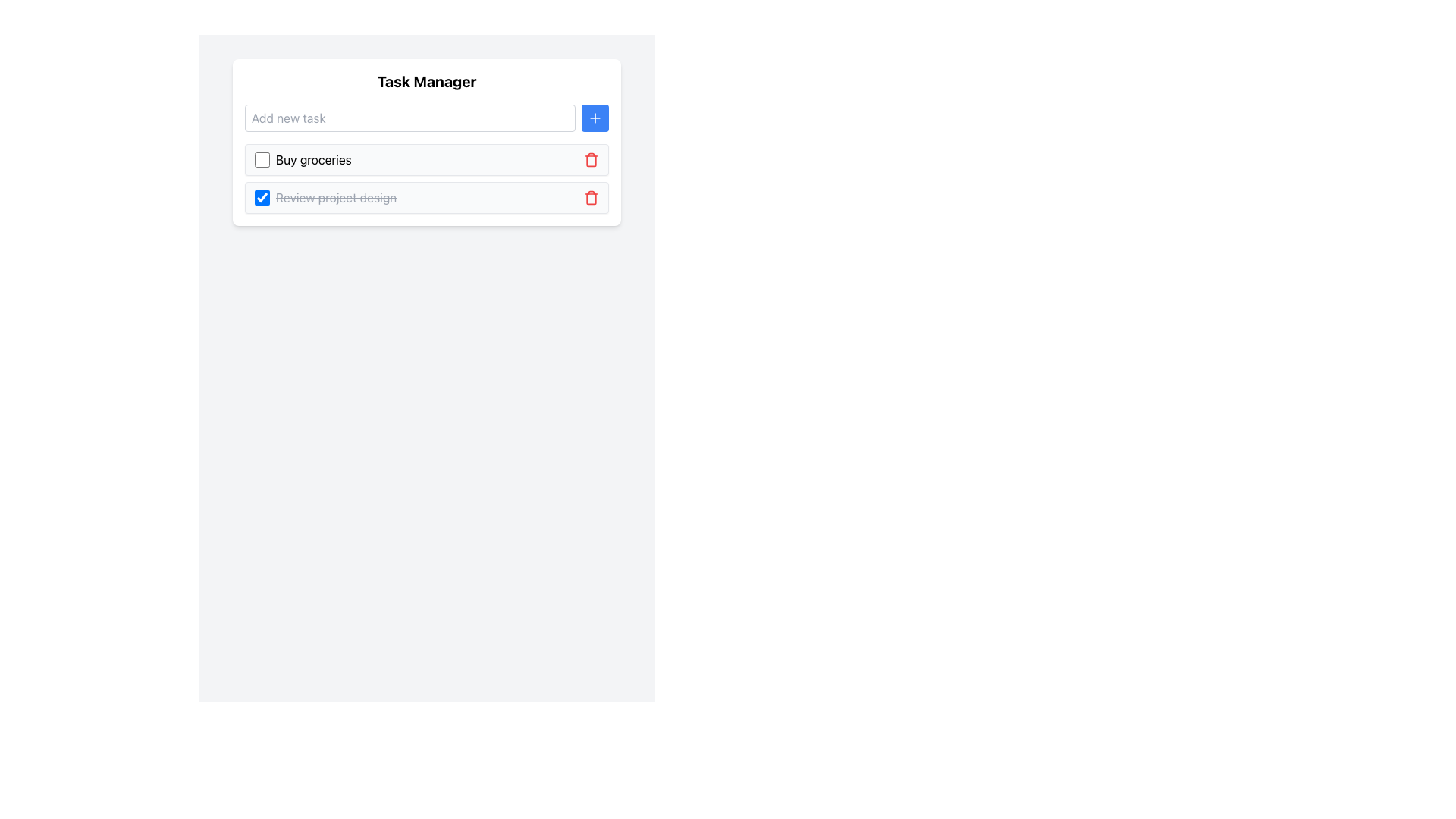 The width and height of the screenshot is (1456, 819). Describe the element at coordinates (262, 197) in the screenshot. I see `the checkbox with a green tick mark and blue background, located to the left of 'Review project design'` at that location.